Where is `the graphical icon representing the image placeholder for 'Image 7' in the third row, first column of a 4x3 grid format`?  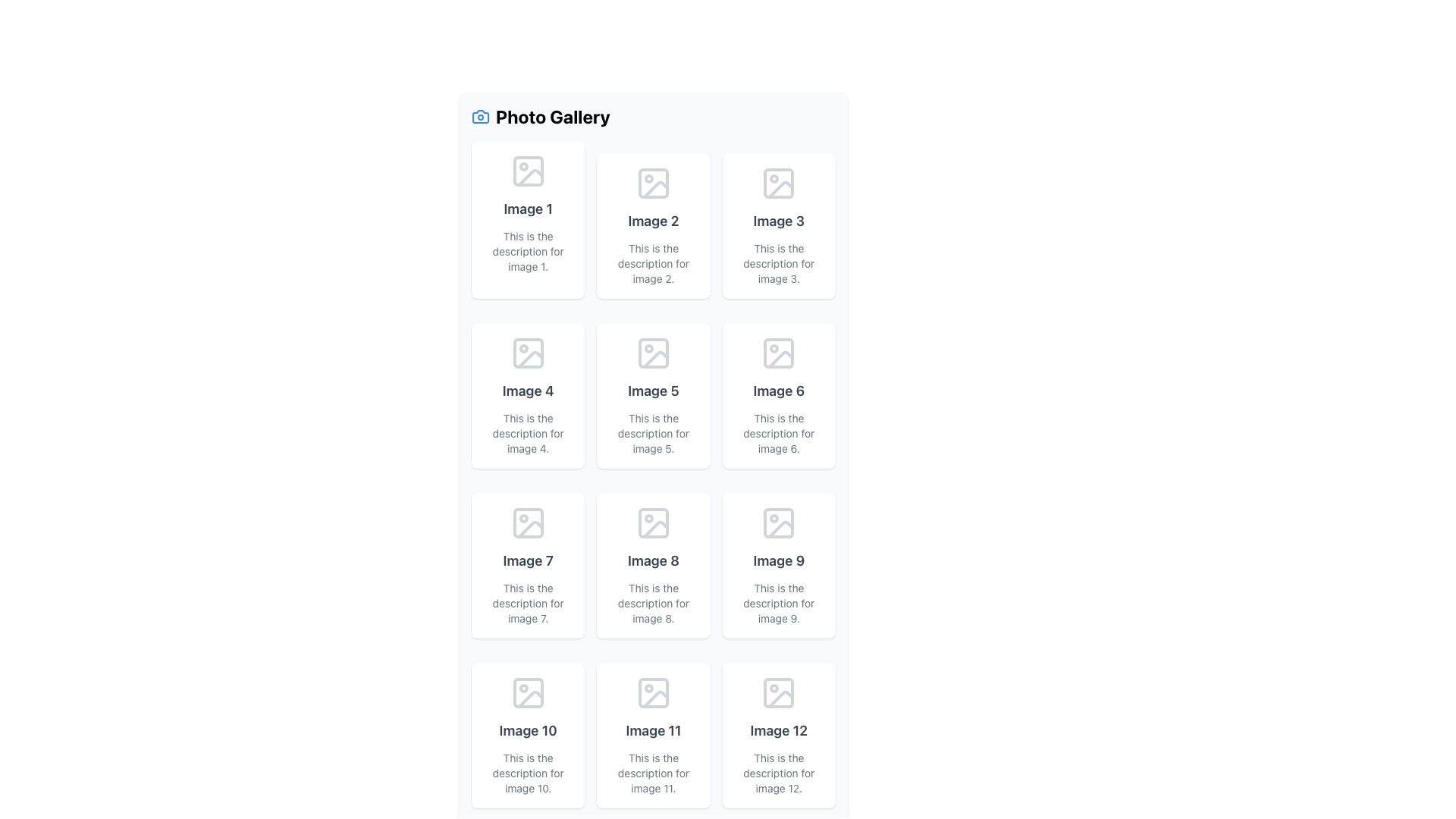 the graphical icon representing the image placeholder for 'Image 7' in the third row, first column of a 4x3 grid format is located at coordinates (530, 529).